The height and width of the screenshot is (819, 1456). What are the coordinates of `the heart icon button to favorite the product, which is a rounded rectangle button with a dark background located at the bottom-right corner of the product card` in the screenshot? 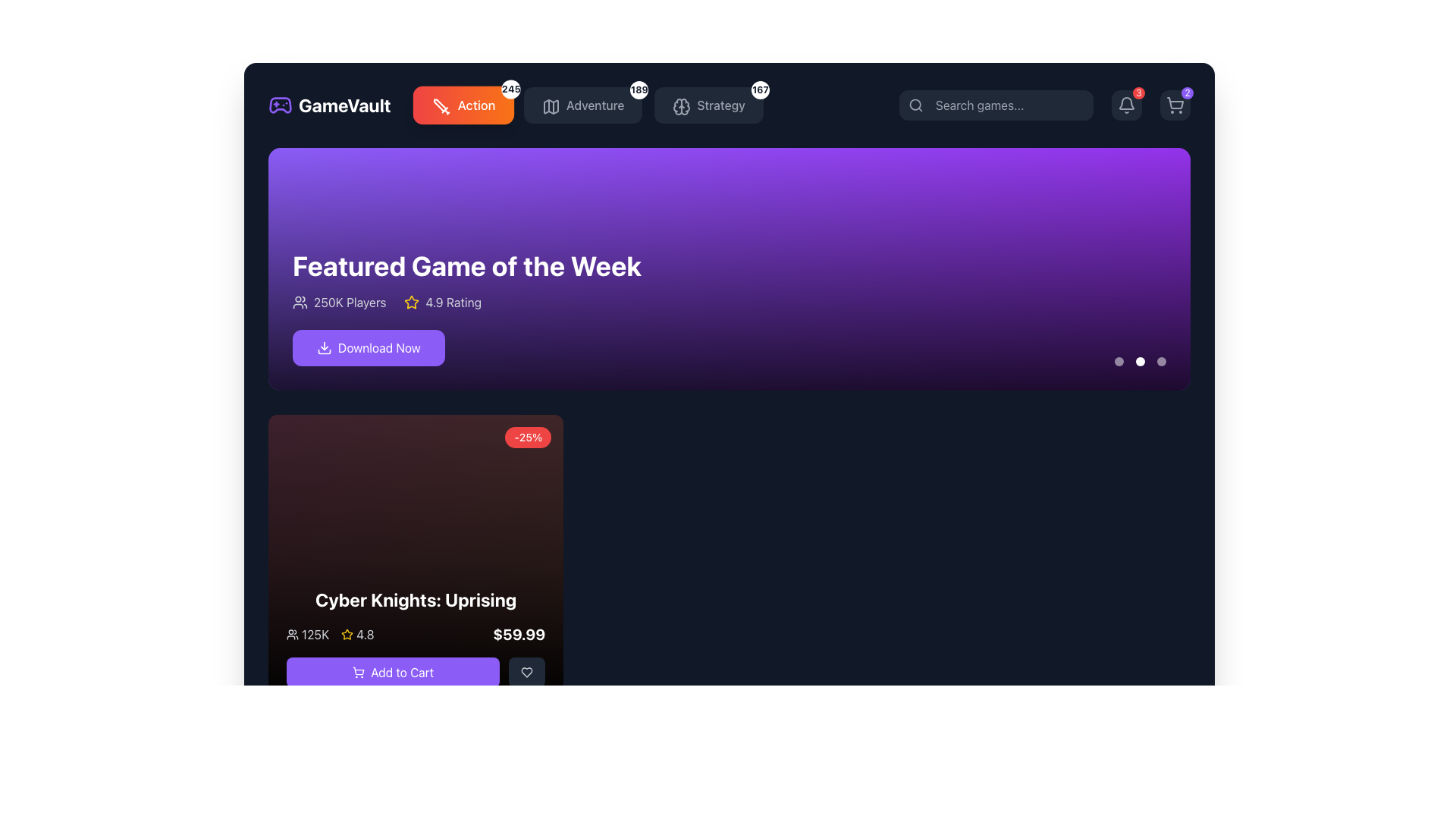 It's located at (527, 672).